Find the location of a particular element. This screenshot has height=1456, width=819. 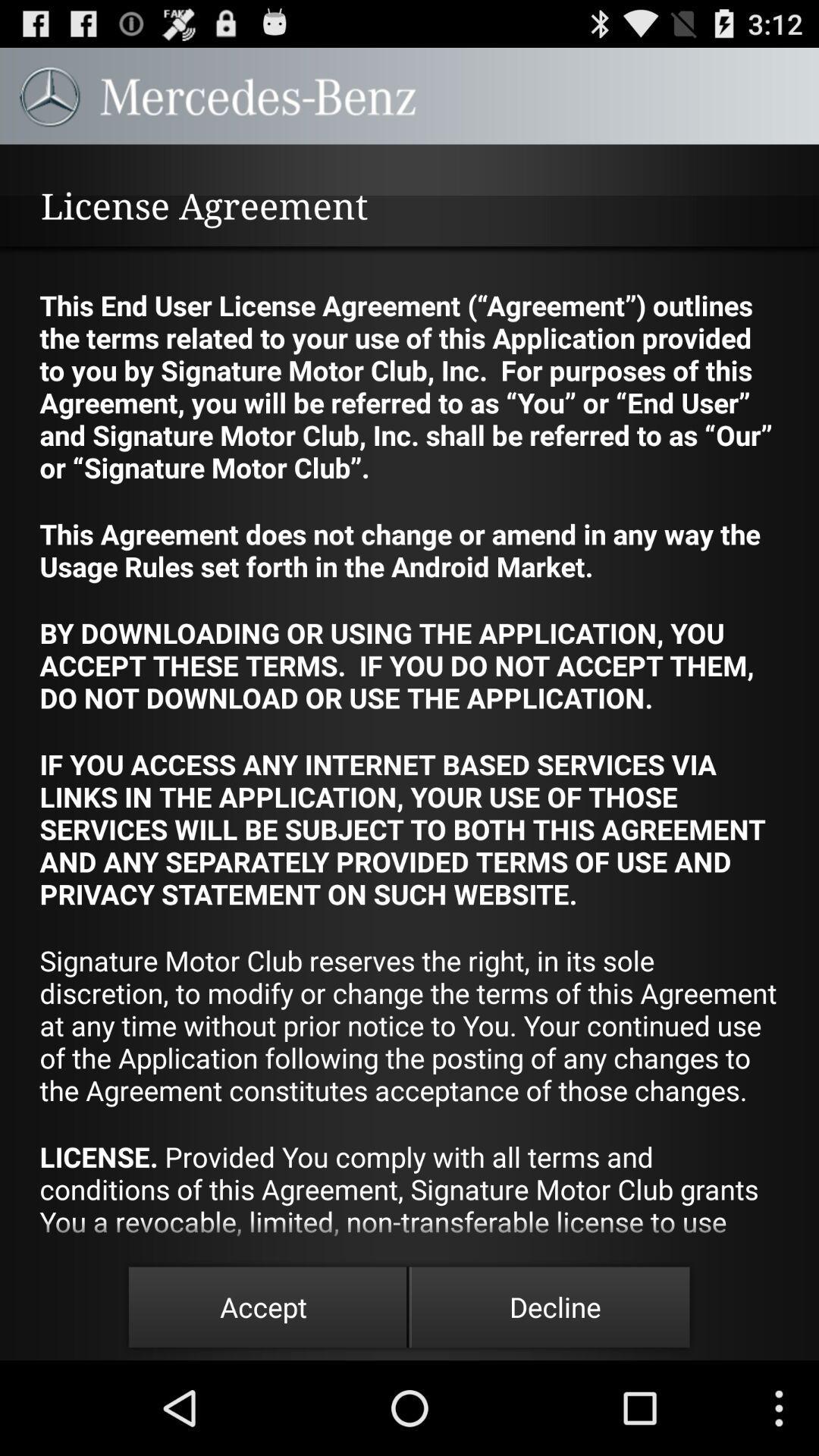

the decline is located at coordinates (555, 1306).